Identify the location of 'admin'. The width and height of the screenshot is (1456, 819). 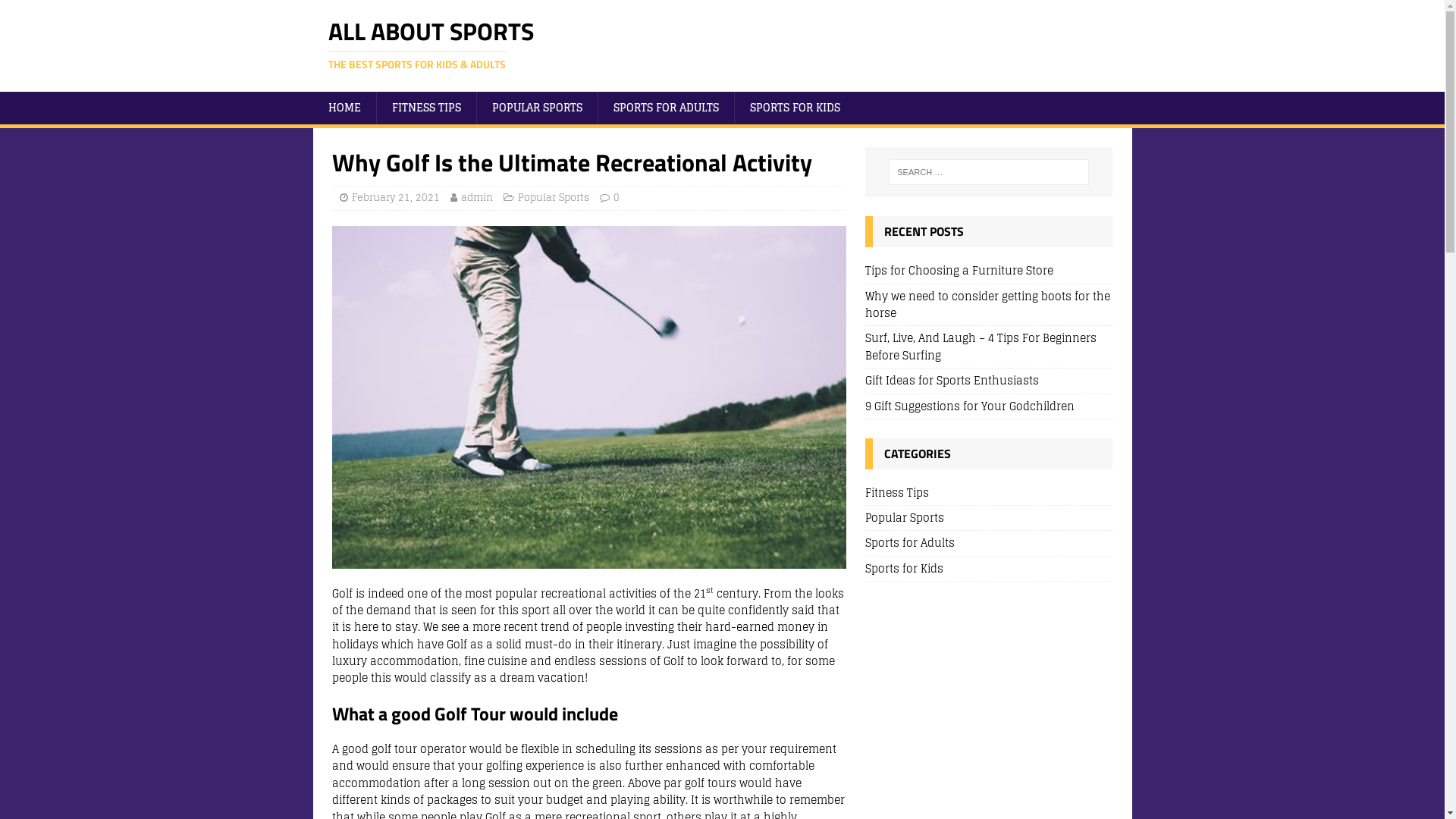
(475, 196).